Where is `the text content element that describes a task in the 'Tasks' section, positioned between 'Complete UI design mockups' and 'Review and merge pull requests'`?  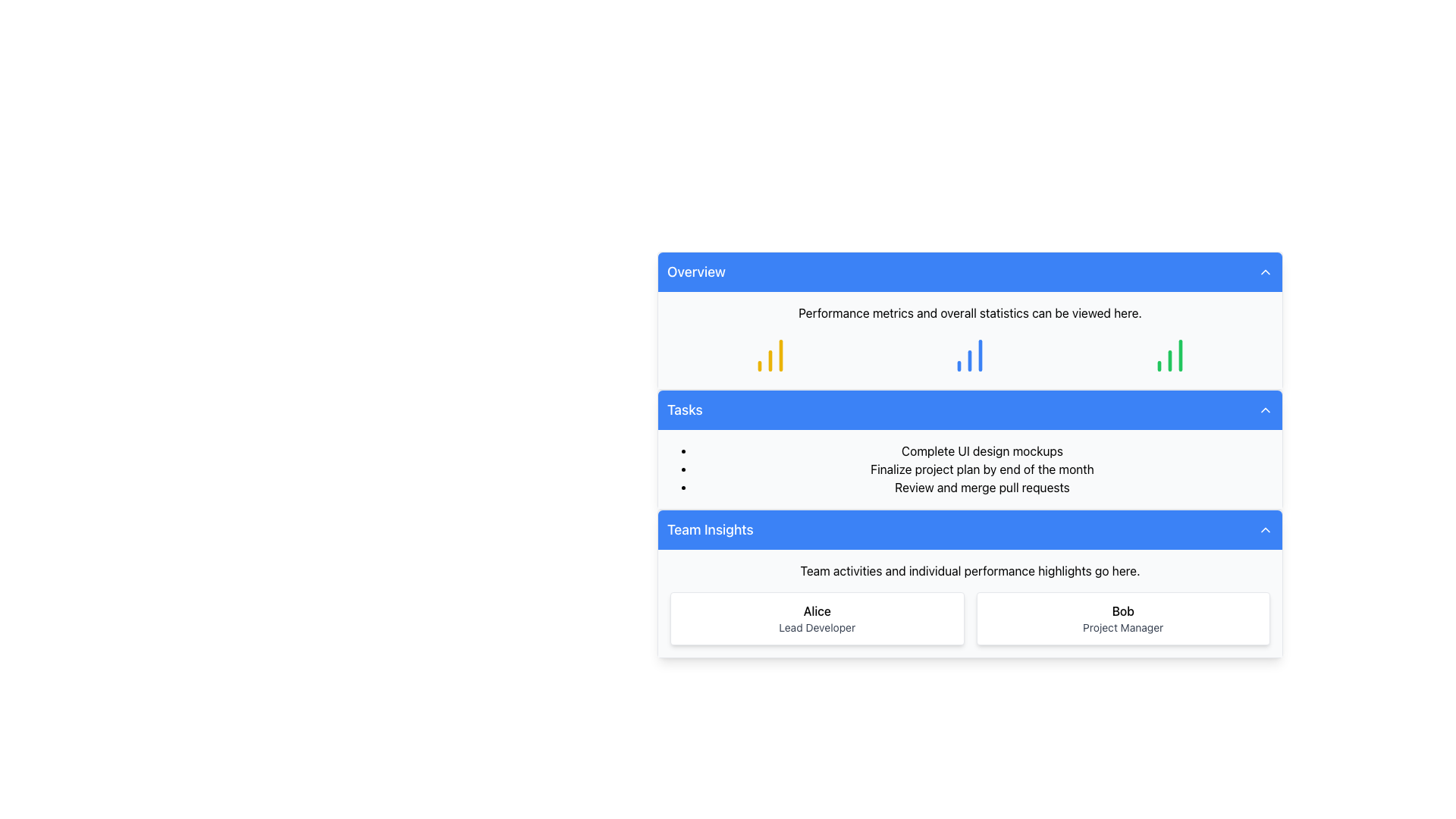 the text content element that describes a task in the 'Tasks' section, positioned between 'Complete UI design mockups' and 'Review and merge pull requests' is located at coordinates (982, 468).